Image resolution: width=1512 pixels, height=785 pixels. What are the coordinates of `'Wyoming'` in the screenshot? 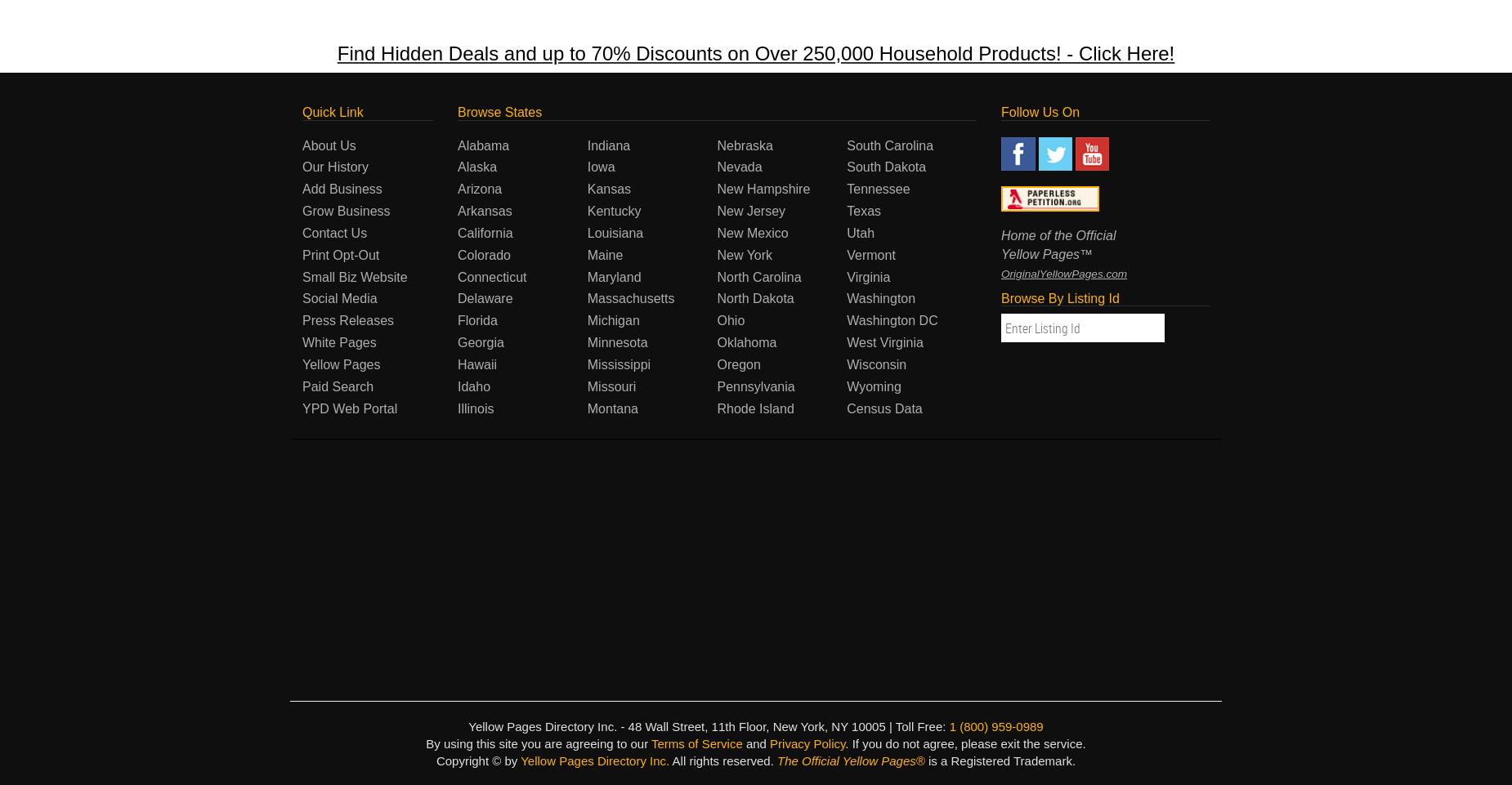 It's located at (872, 385).